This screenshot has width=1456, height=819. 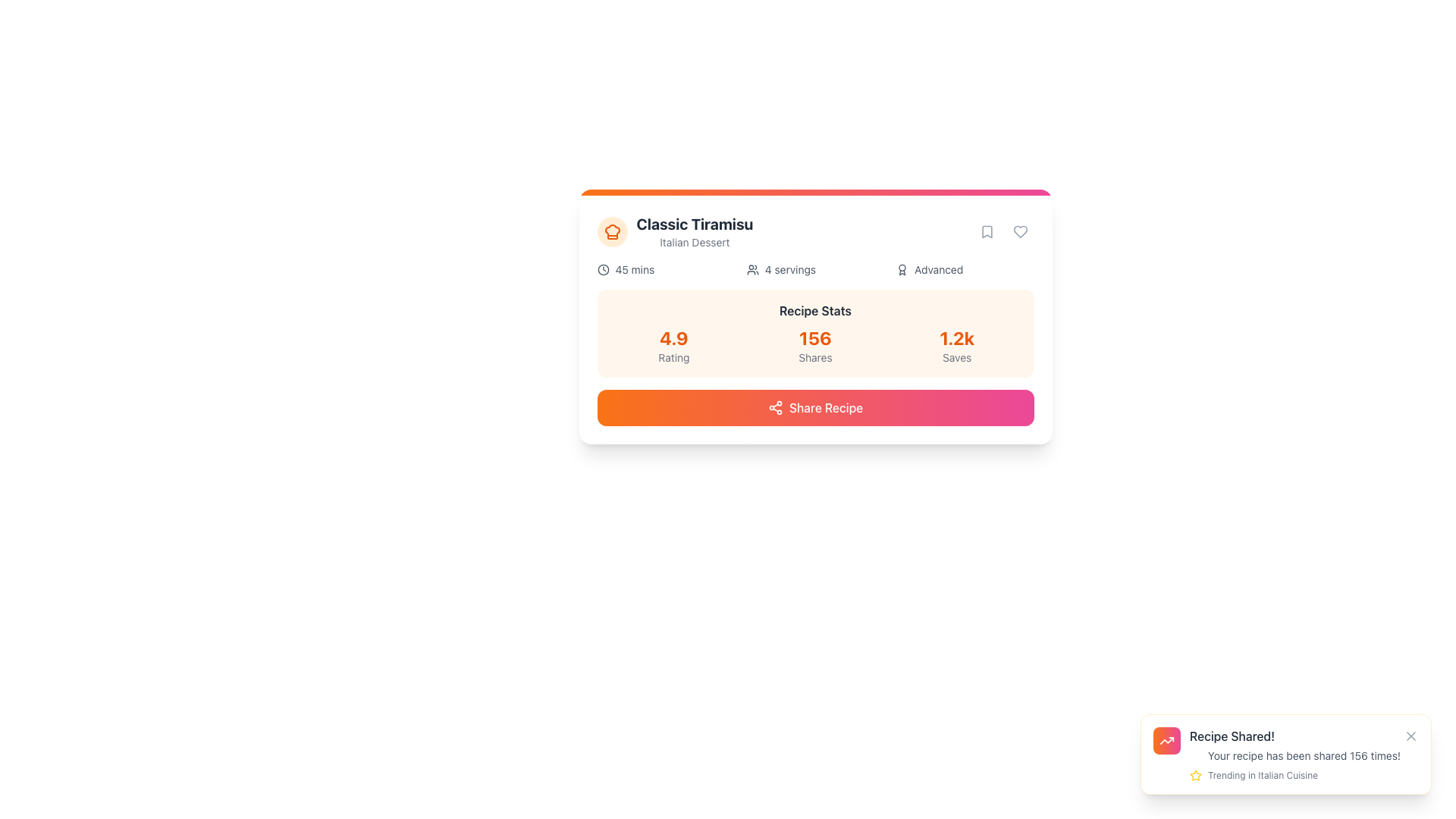 I want to click on the culinary concept icon located at the top-left of the card, adjacent to 'Classic Tiramisu', so click(x=612, y=231).